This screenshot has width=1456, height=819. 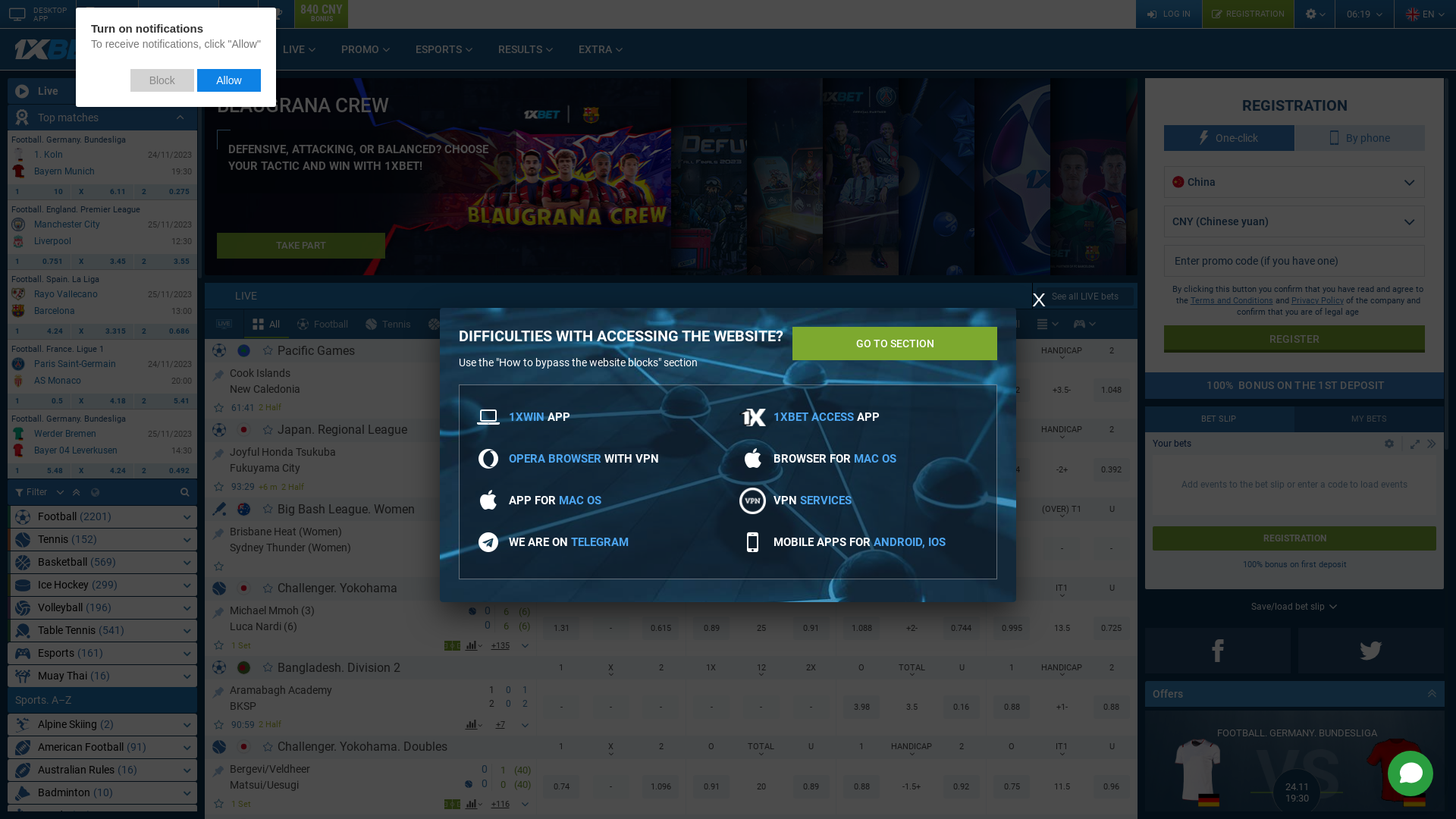 I want to click on 'REGISTRATION', so click(x=1294, y=537).